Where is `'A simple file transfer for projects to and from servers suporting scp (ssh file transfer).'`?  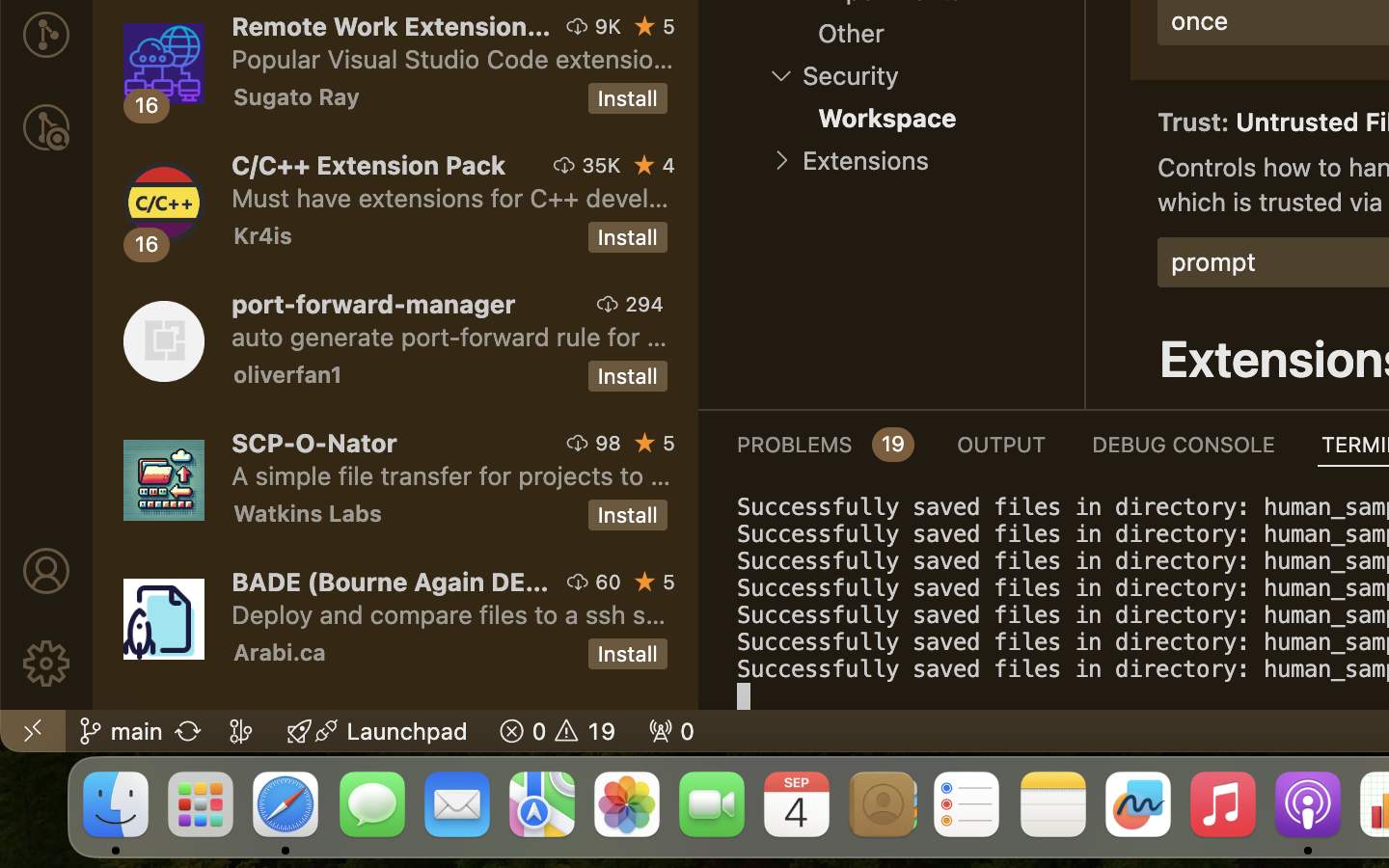 'A simple file transfer for projects to and from servers suporting scp (ssh file transfer).' is located at coordinates (451, 475).